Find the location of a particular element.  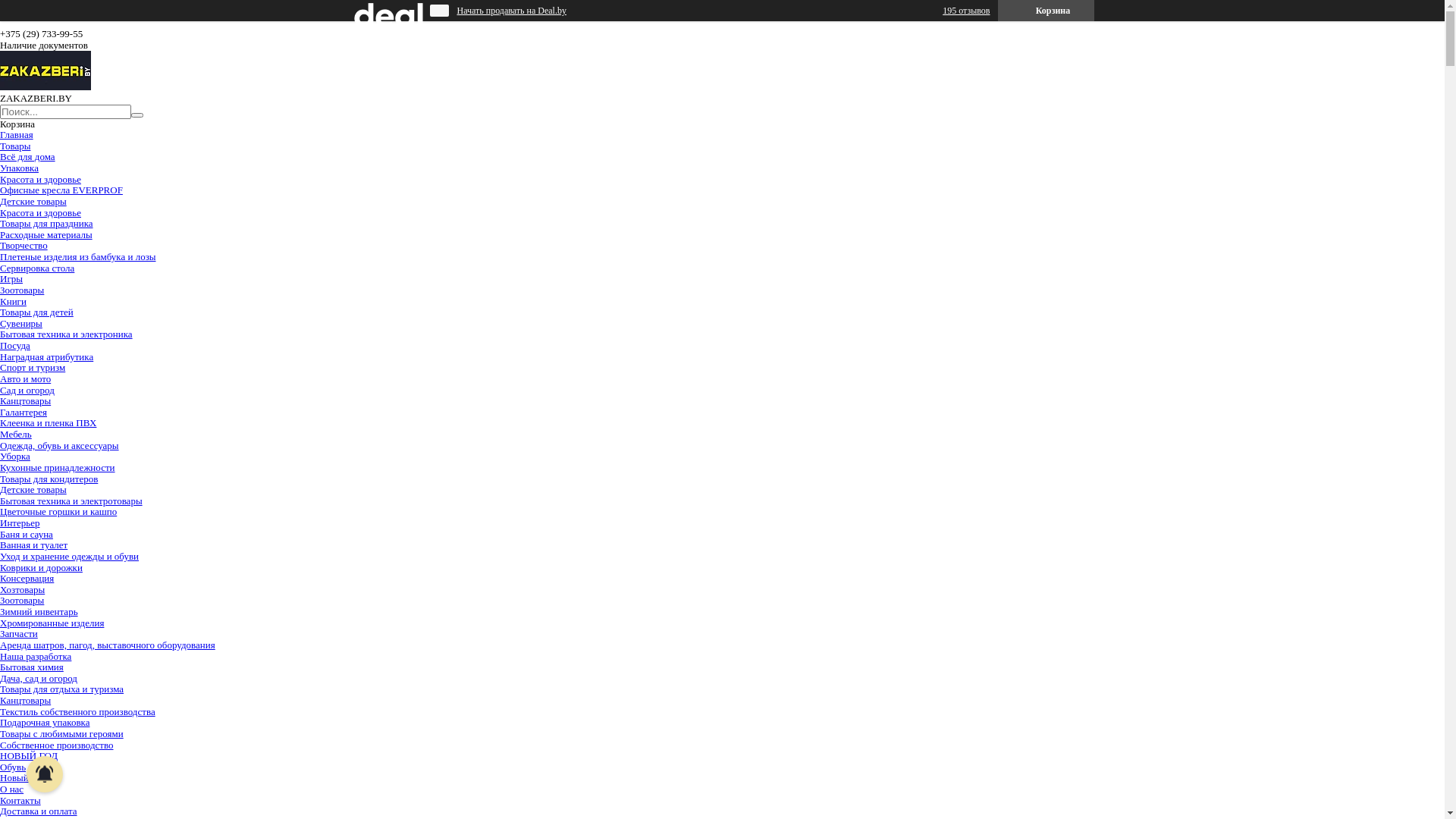

'ZAKAZBERI.BY' is located at coordinates (45, 86).